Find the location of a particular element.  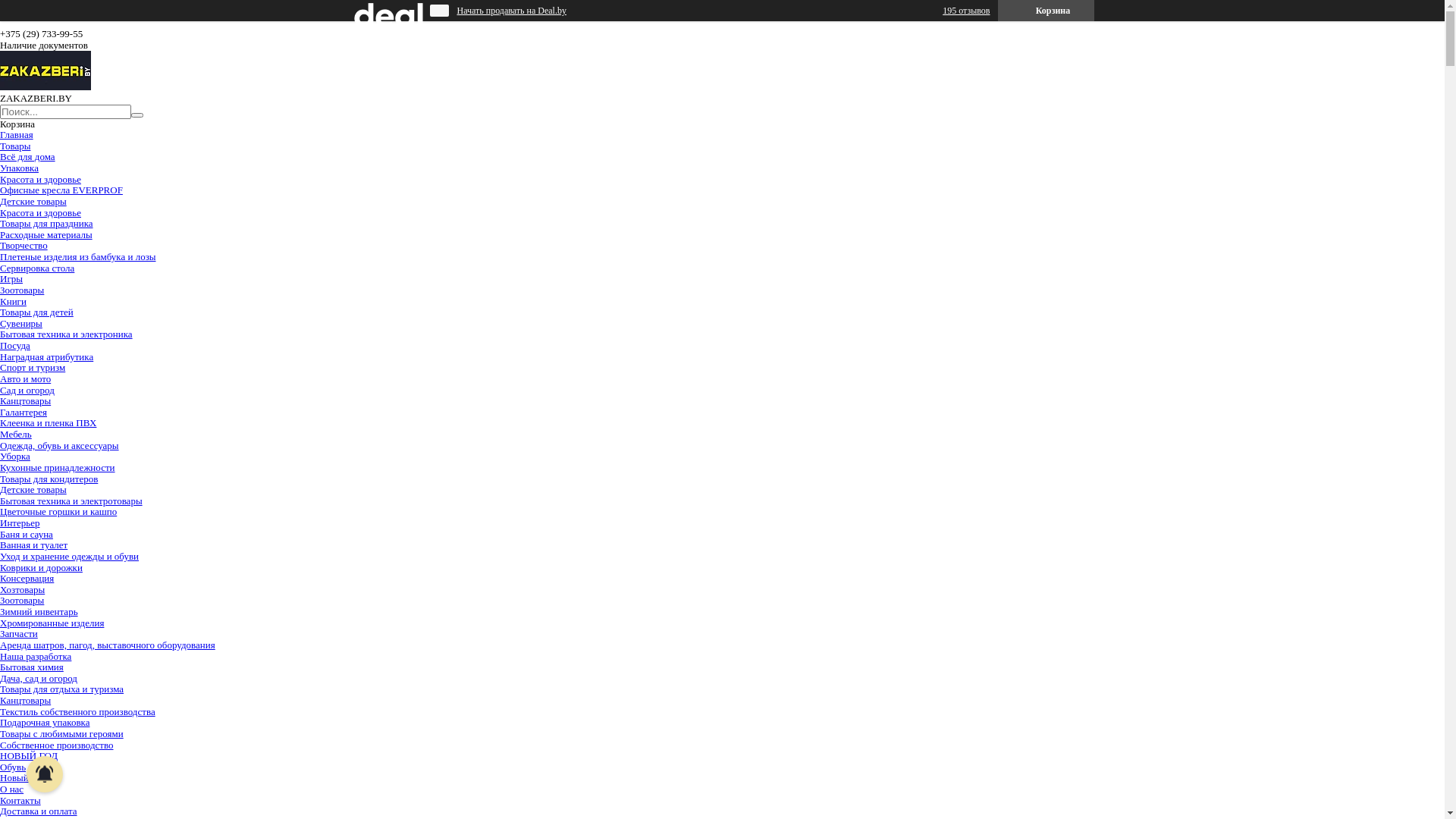

'ZAKAZBERI.BY' is located at coordinates (45, 86).